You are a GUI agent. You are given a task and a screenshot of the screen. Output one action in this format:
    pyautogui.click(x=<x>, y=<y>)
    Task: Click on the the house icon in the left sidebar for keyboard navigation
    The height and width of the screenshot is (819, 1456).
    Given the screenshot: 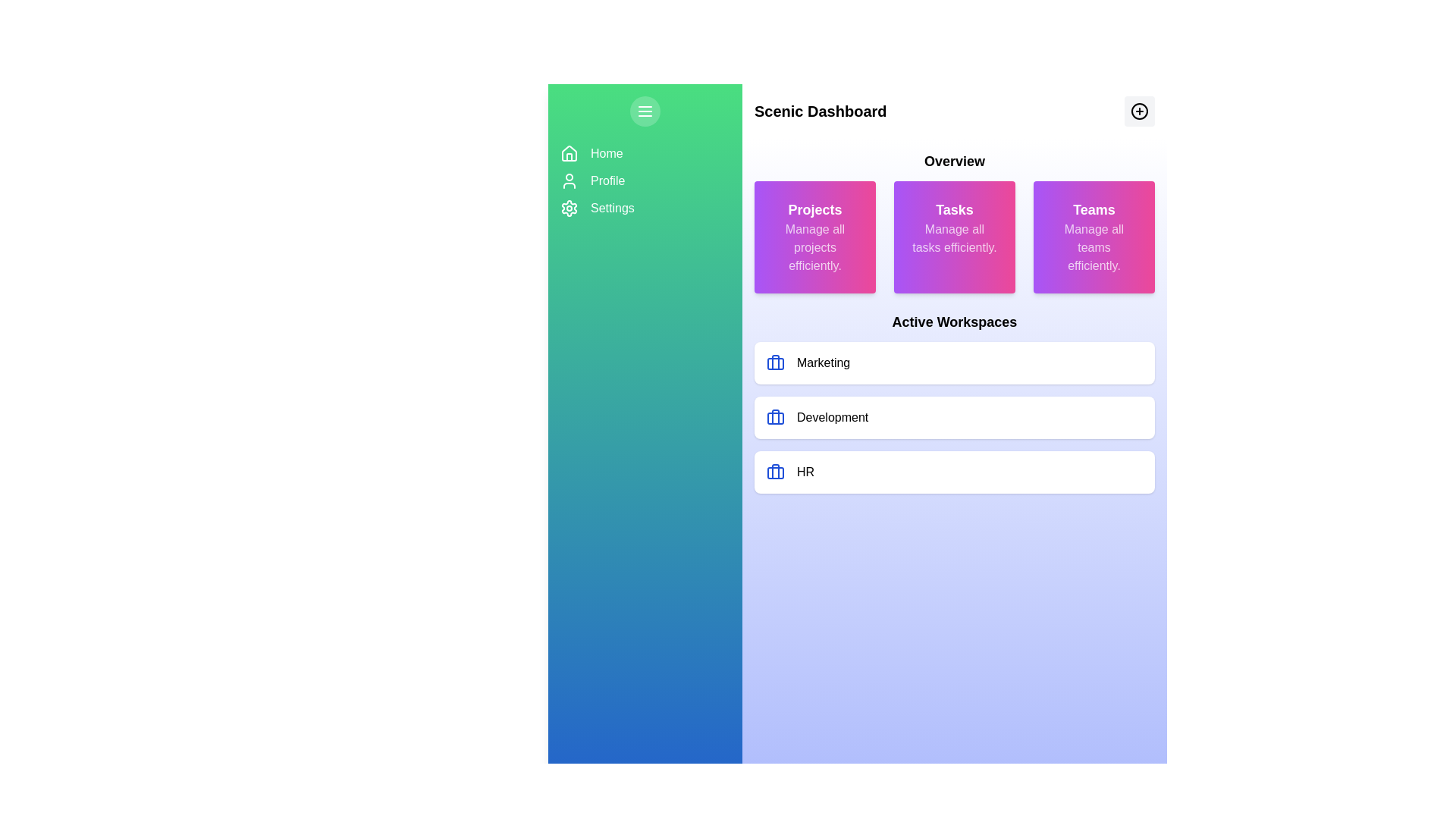 What is the action you would take?
    pyautogui.click(x=568, y=154)
    